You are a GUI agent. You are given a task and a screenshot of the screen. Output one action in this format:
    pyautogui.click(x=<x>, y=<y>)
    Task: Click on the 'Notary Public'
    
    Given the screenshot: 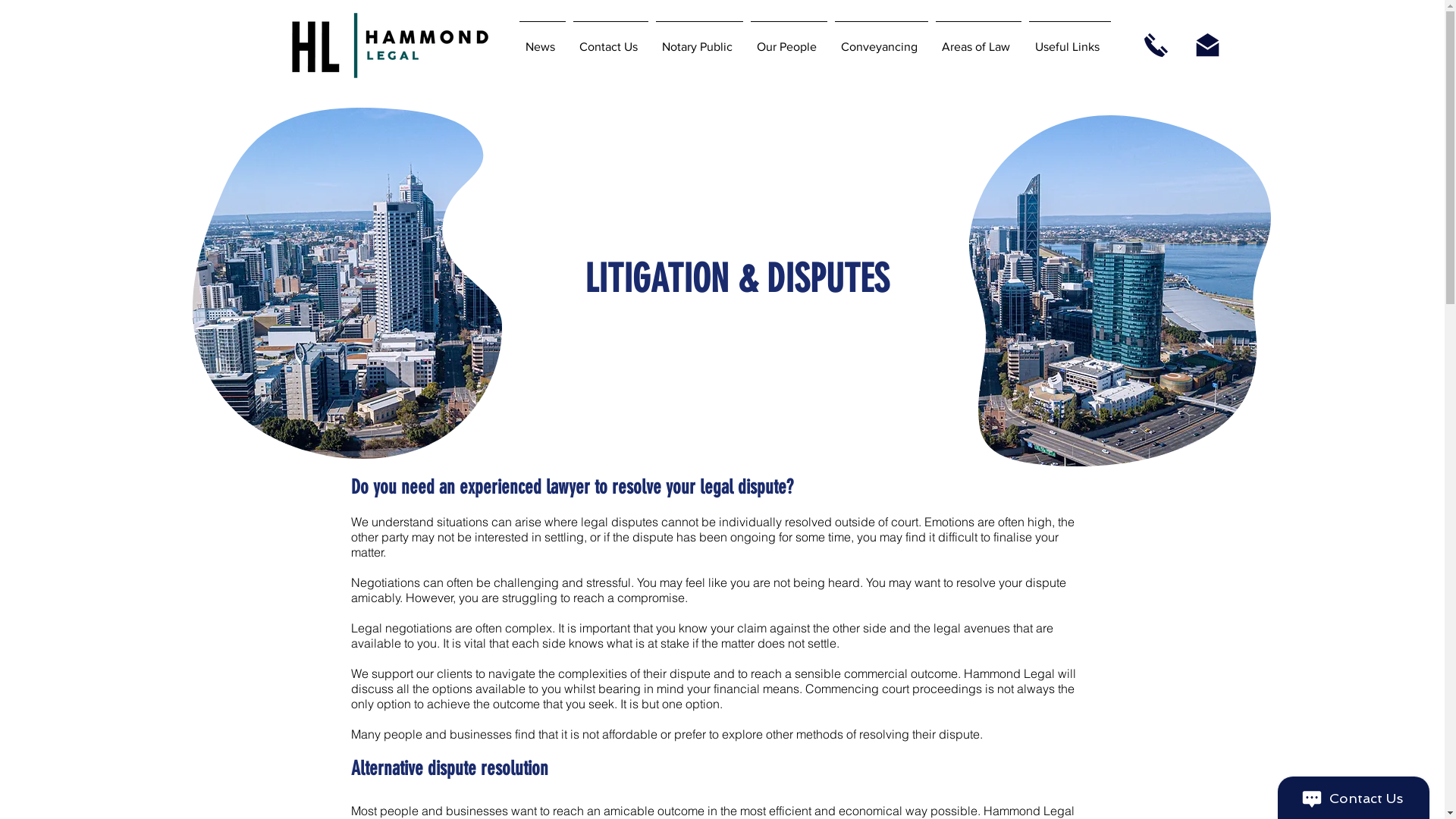 What is the action you would take?
    pyautogui.click(x=698, y=39)
    